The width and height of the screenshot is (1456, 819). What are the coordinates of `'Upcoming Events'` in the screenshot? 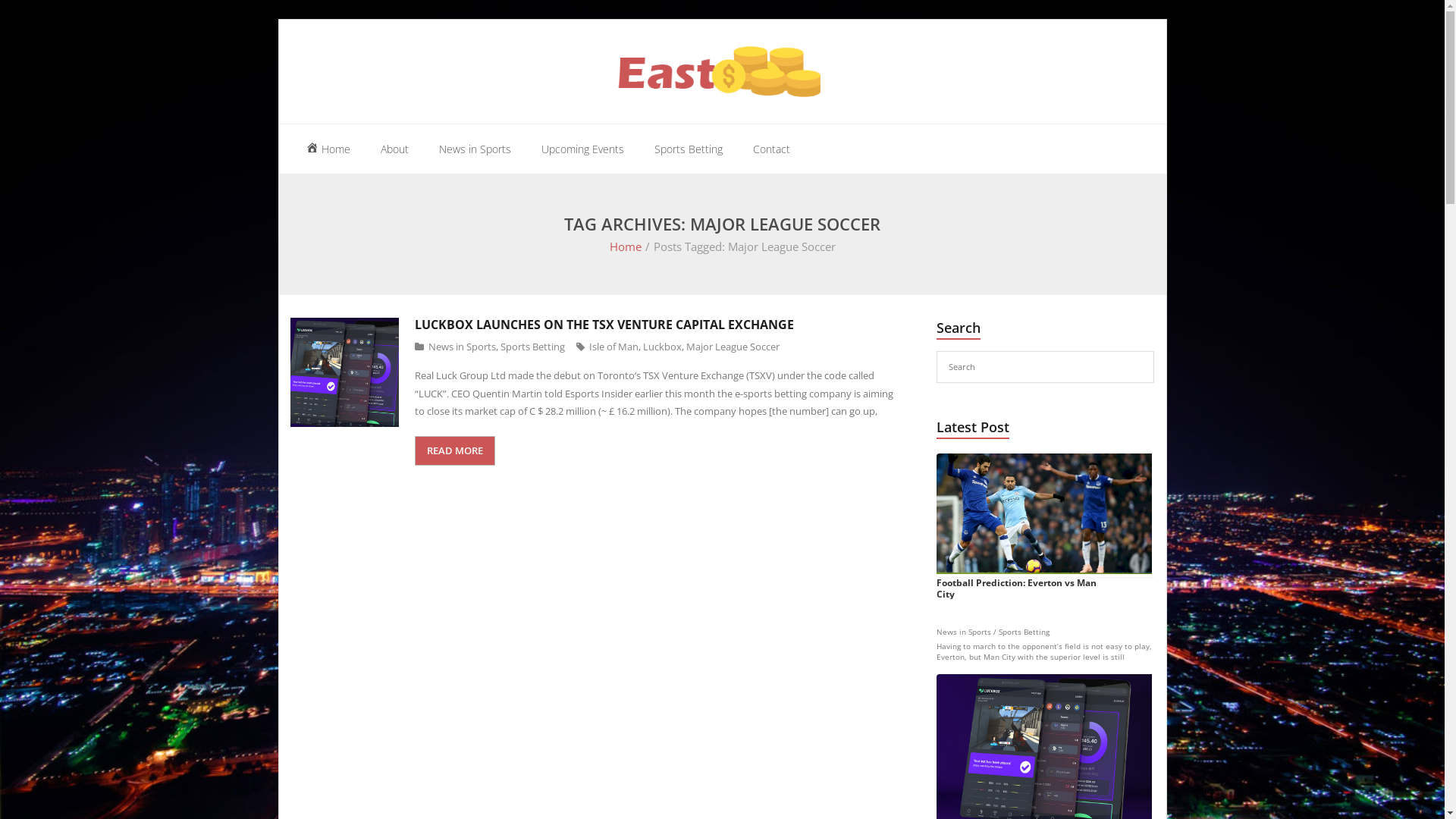 It's located at (582, 149).